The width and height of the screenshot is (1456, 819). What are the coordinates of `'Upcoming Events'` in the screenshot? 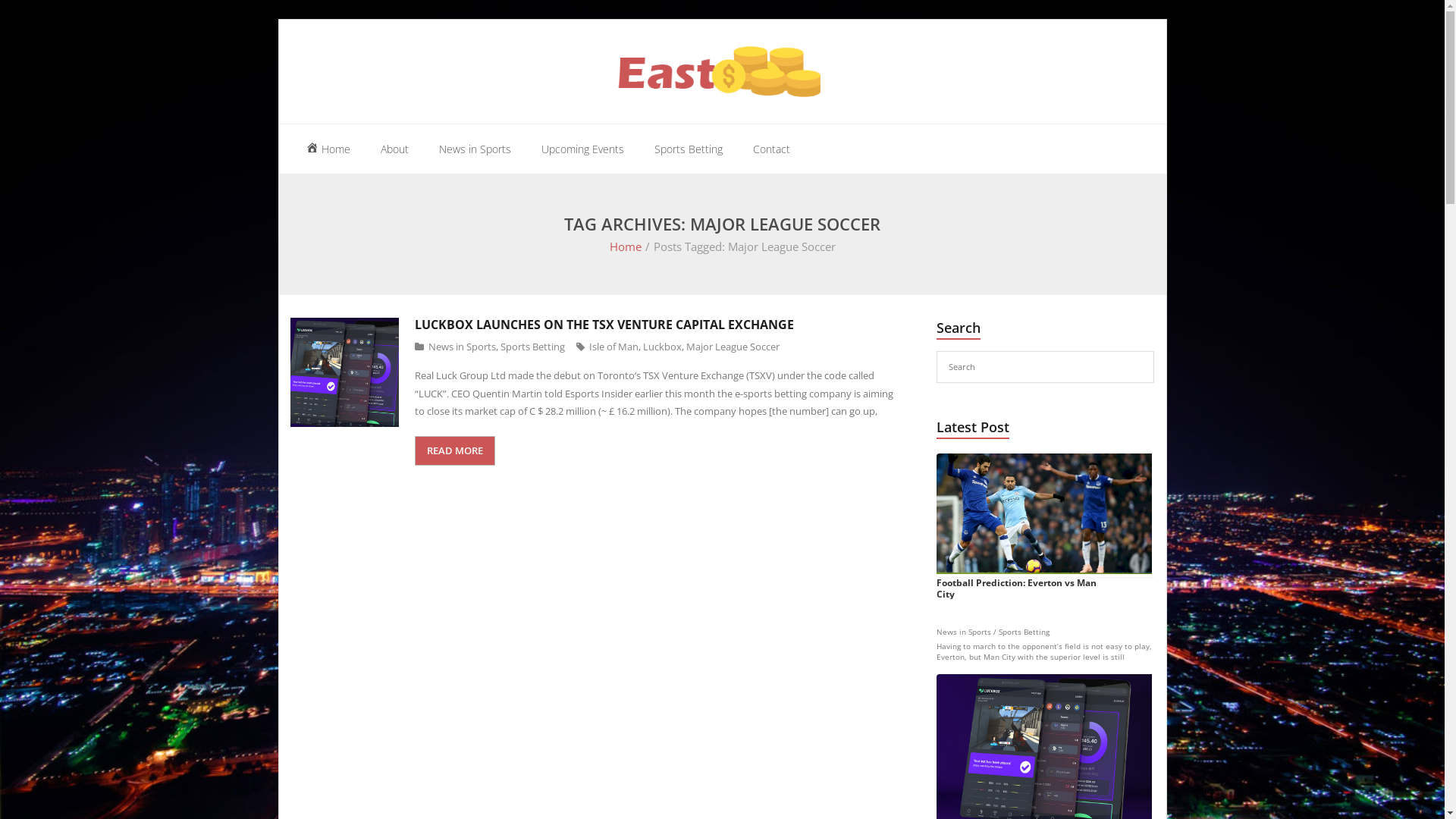 It's located at (582, 149).